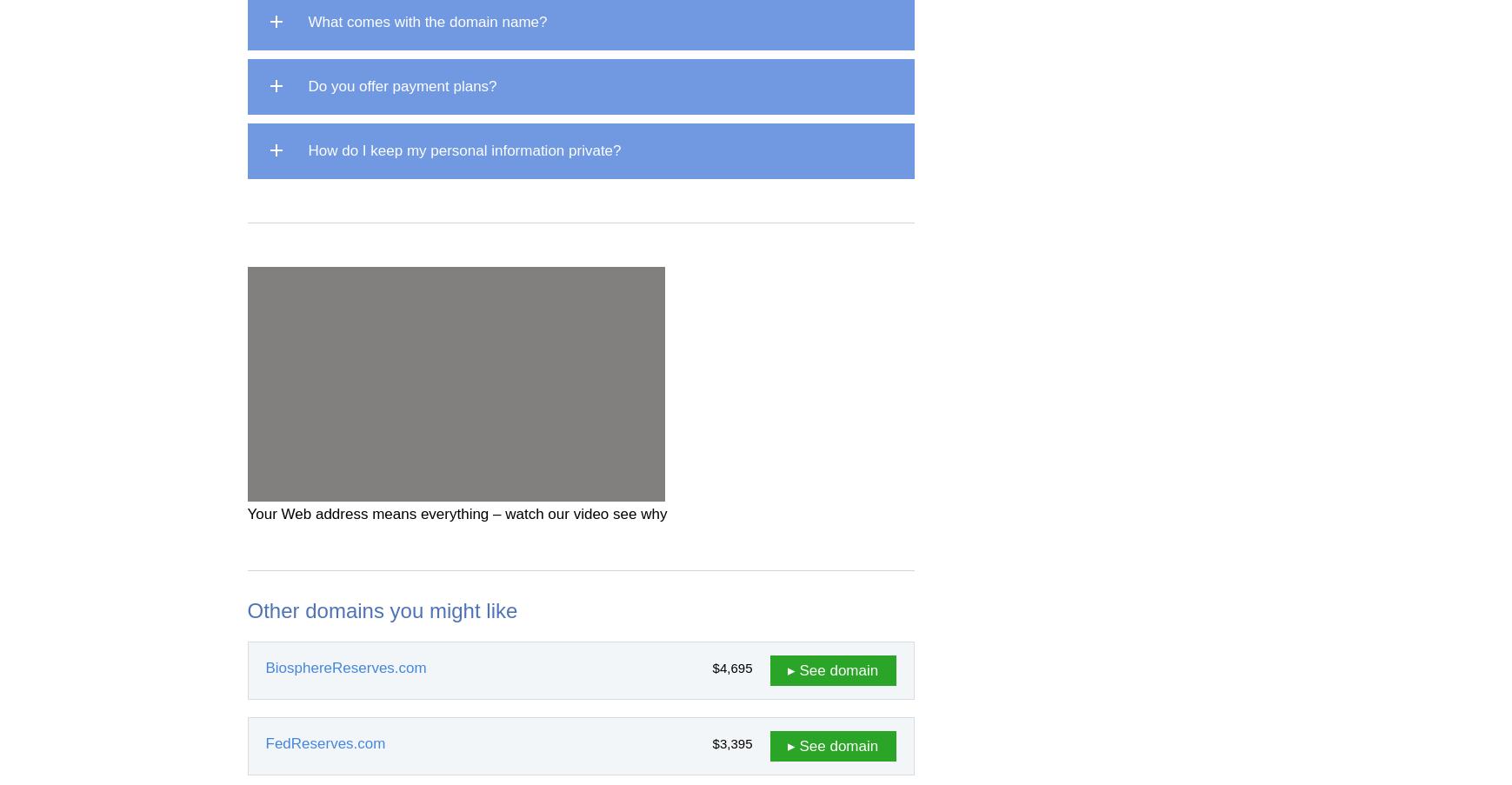 The width and height of the screenshot is (1512, 785). Describe the element at coordinates (427, 21) in the screenshot. I see `'What comes with the domain name?'` at that location.